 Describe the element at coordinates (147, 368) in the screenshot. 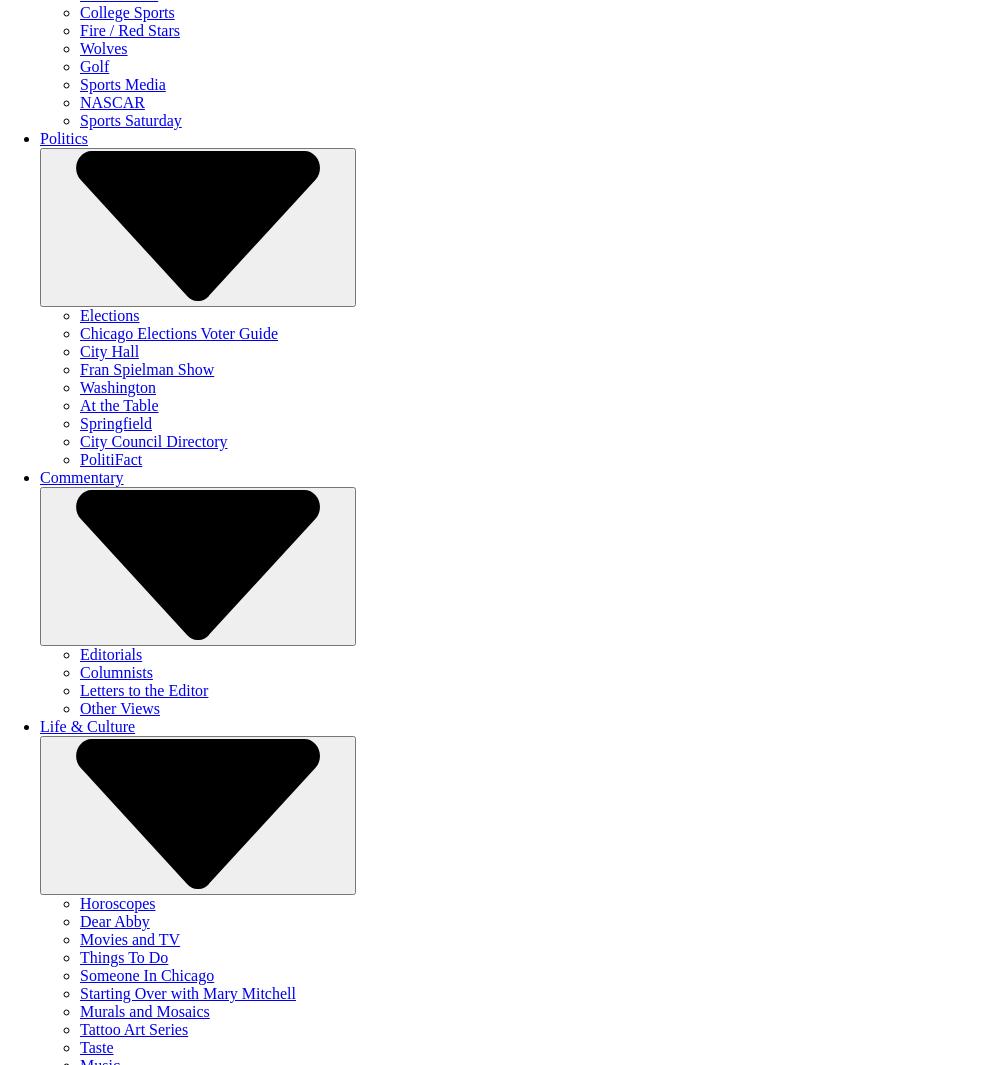

I see `'Fran Spielman Show'` at that location.